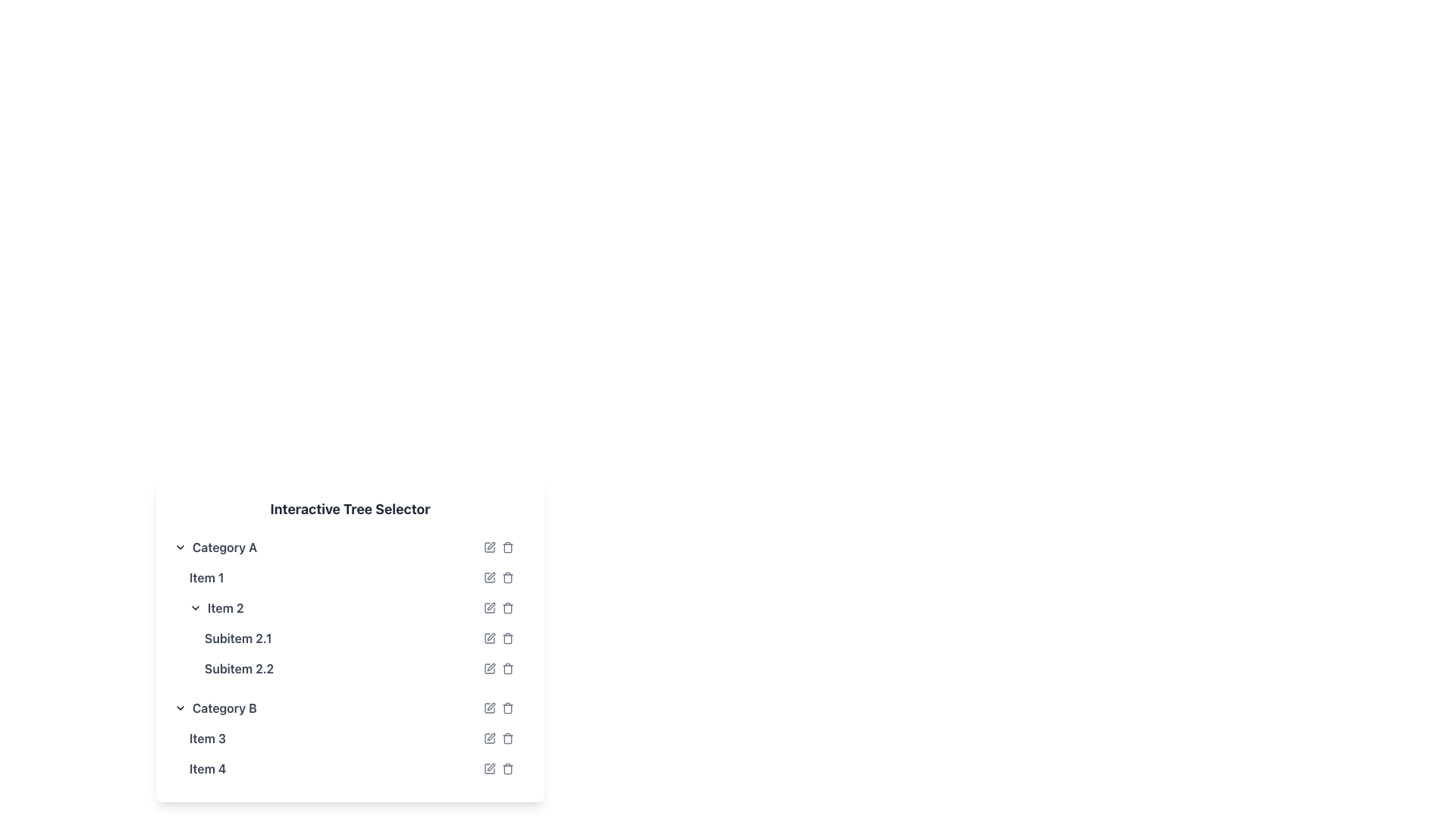 The image size is (1456, 819). What do you see at coordinates (498, 769) in the screenshot?
I see `the trash icon in the action buttons group located to the right of 'Item 4'` at bounding box center [498, 769].